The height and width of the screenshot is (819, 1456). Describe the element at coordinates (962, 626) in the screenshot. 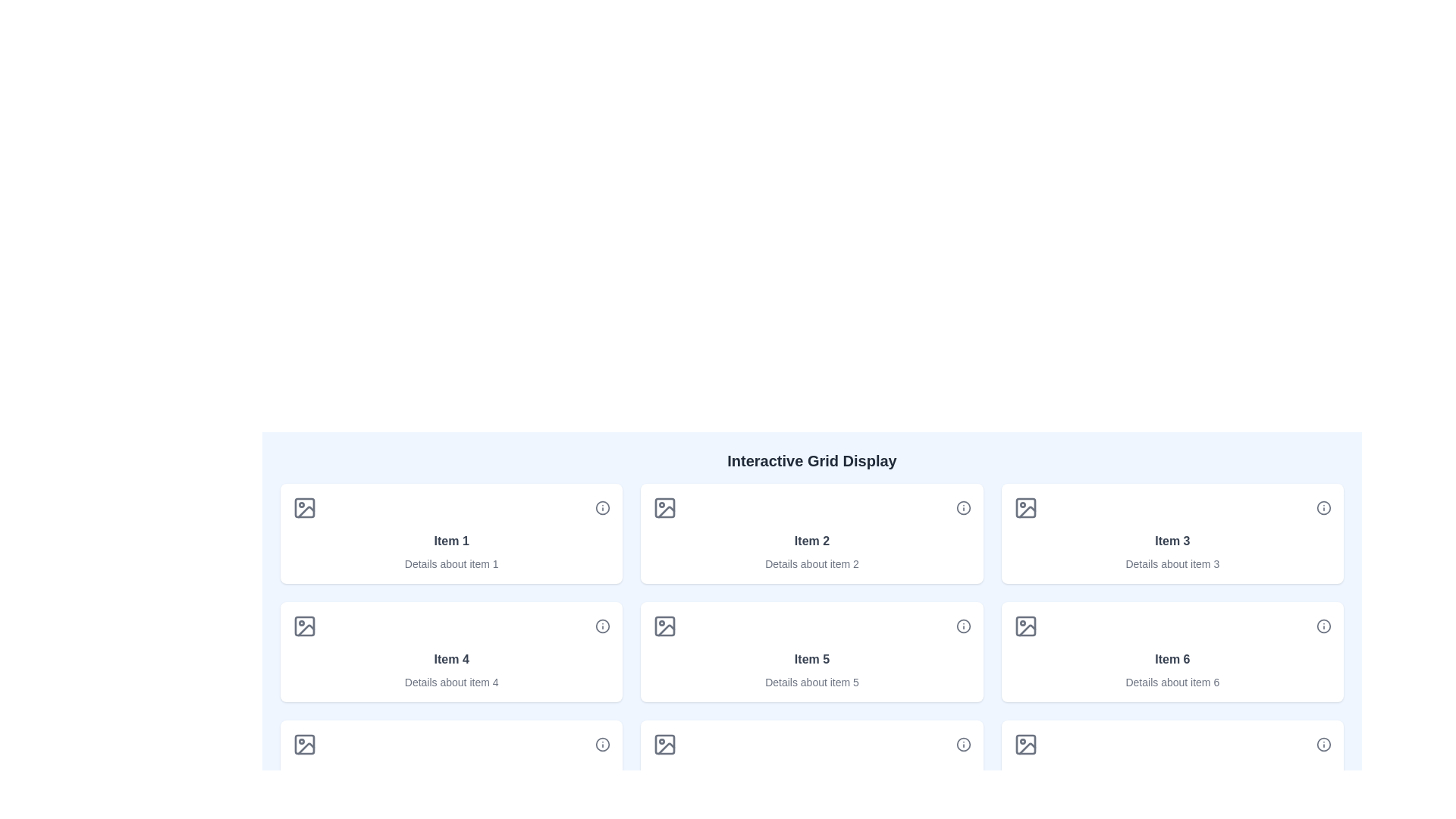

I see `the circular outline of the informational icon for Item 5 in the grid display, located at the top-right of the bounding box` at that location.